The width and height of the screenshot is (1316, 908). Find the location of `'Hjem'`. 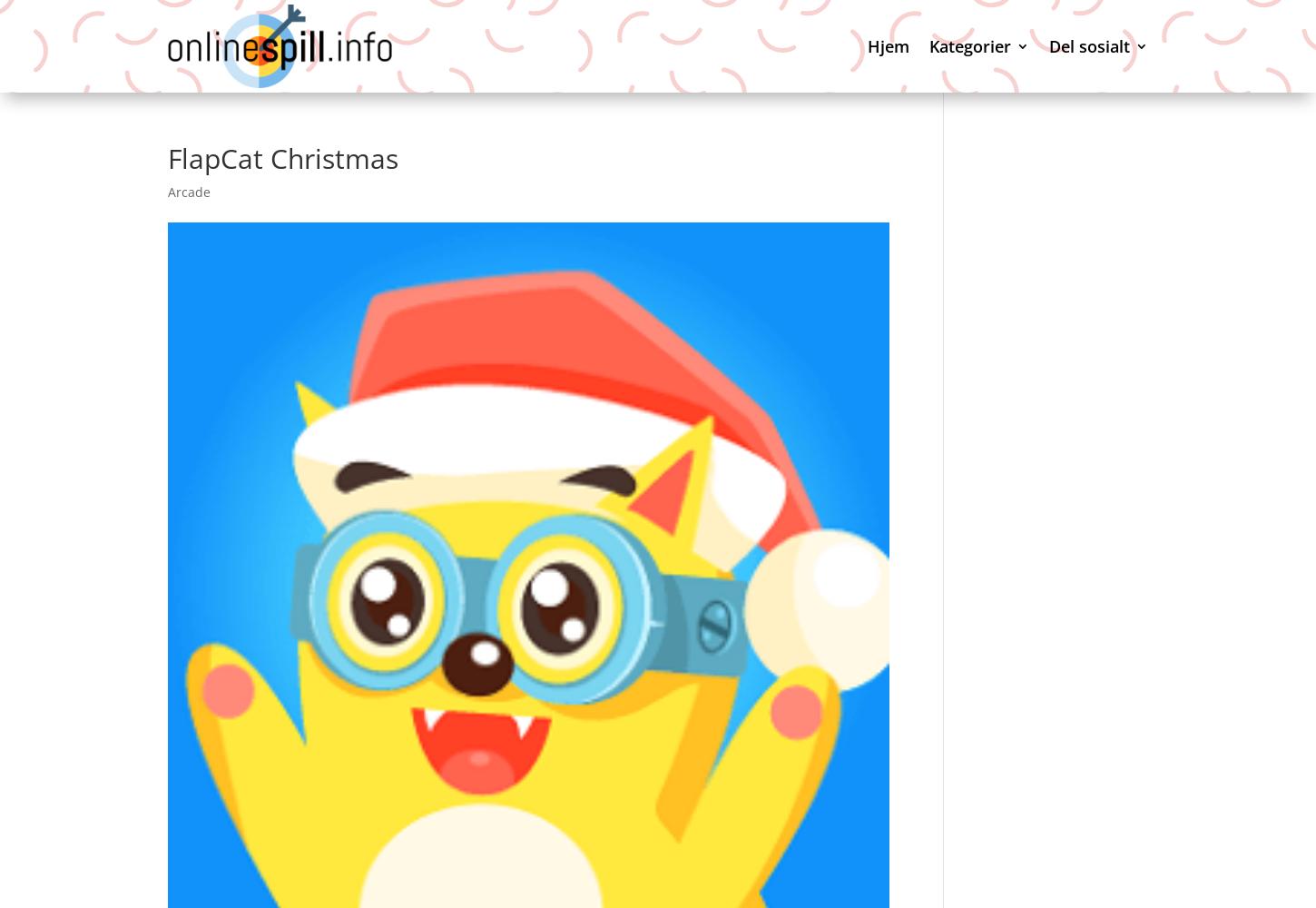

'Hjem' is located at coordinates (866, 45).